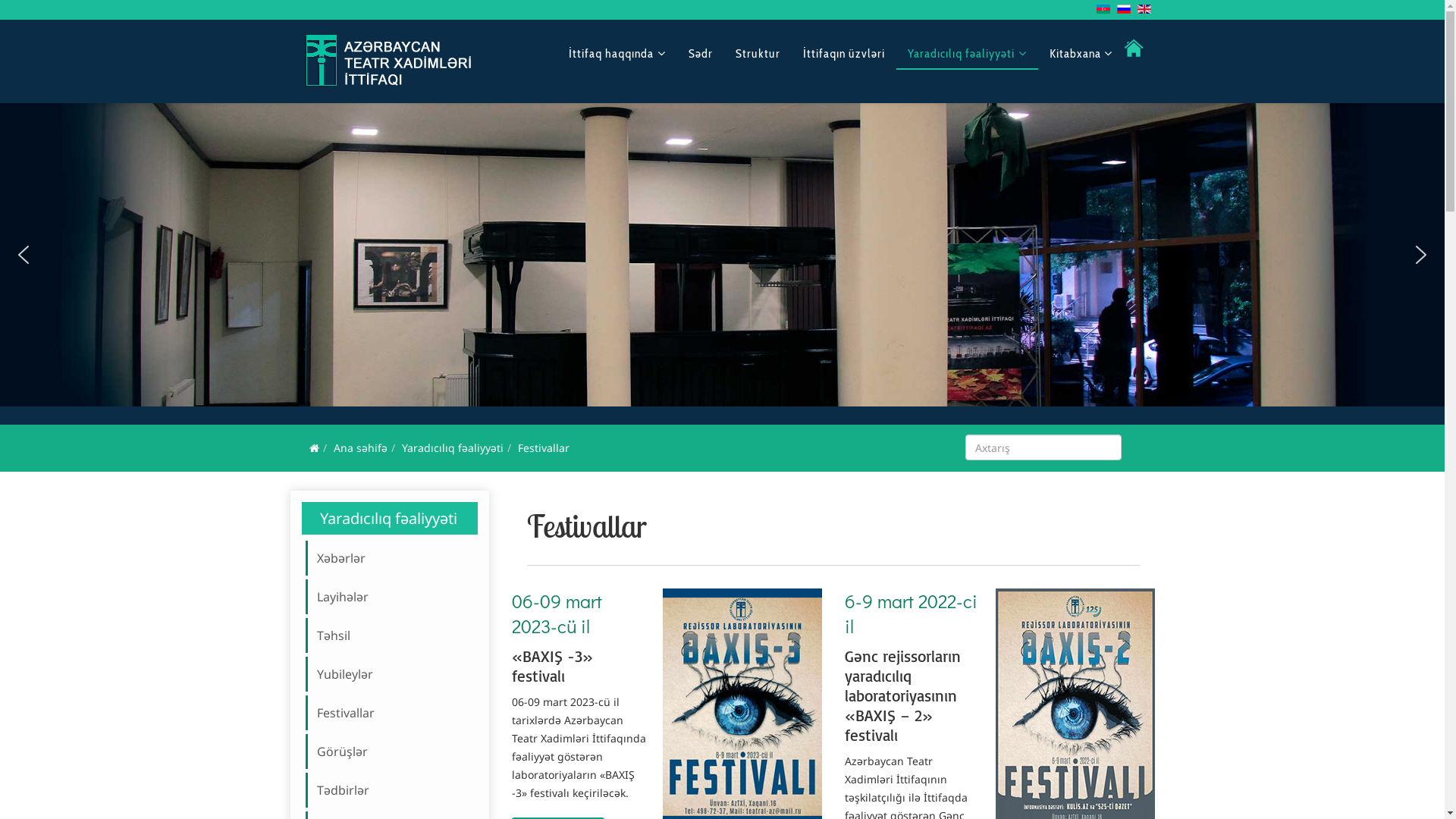 This screenshot has width=1456, height=819. What do you see at coordinates (1116, 8) in the screenshot?
I see `'Russian (Russia)'` at bounding box center [1116, 8].